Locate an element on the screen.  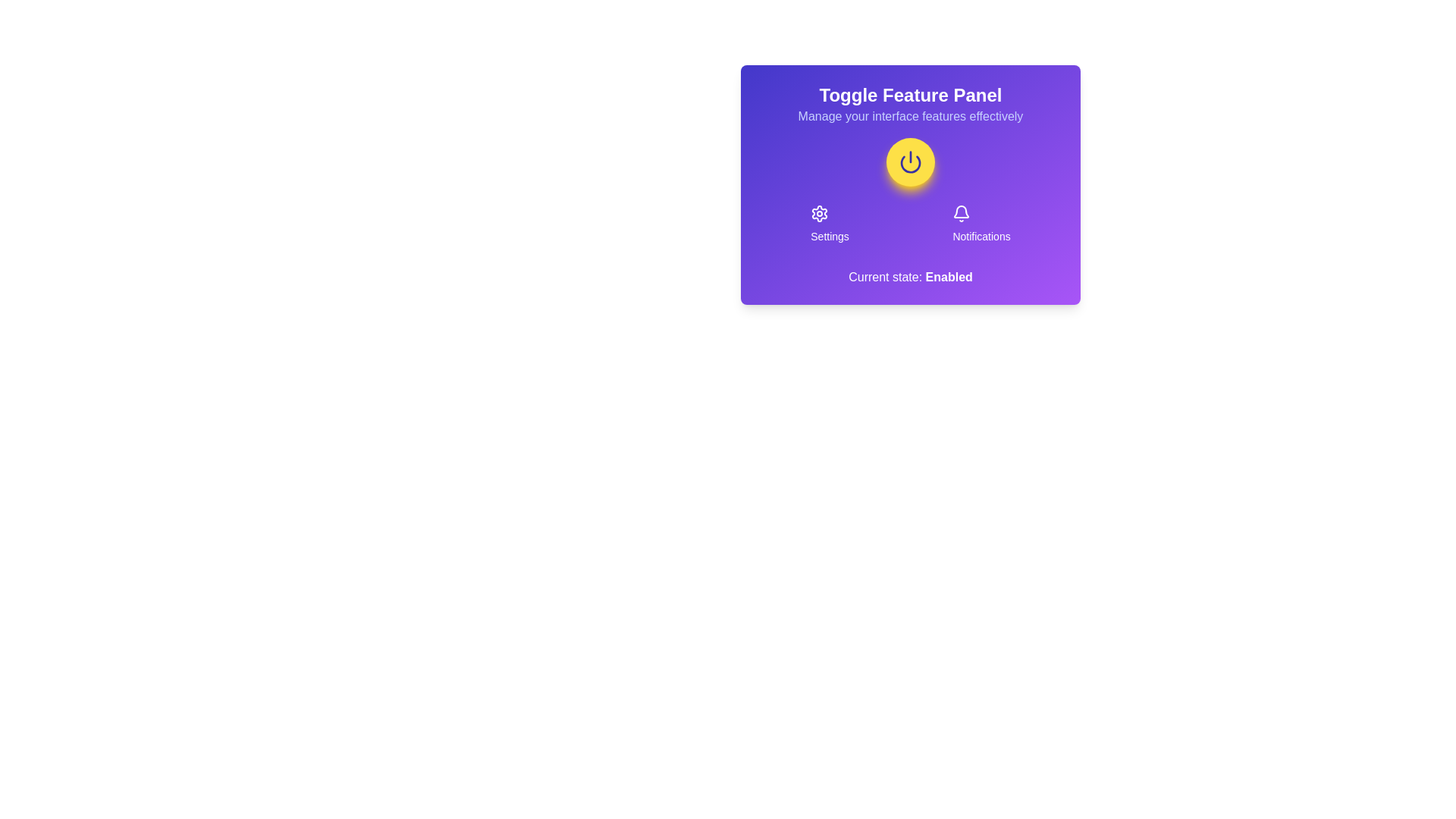
the circular yellow button with a power icon in the center, located within the purple rectangular panel is located at coordinates (910, 162).